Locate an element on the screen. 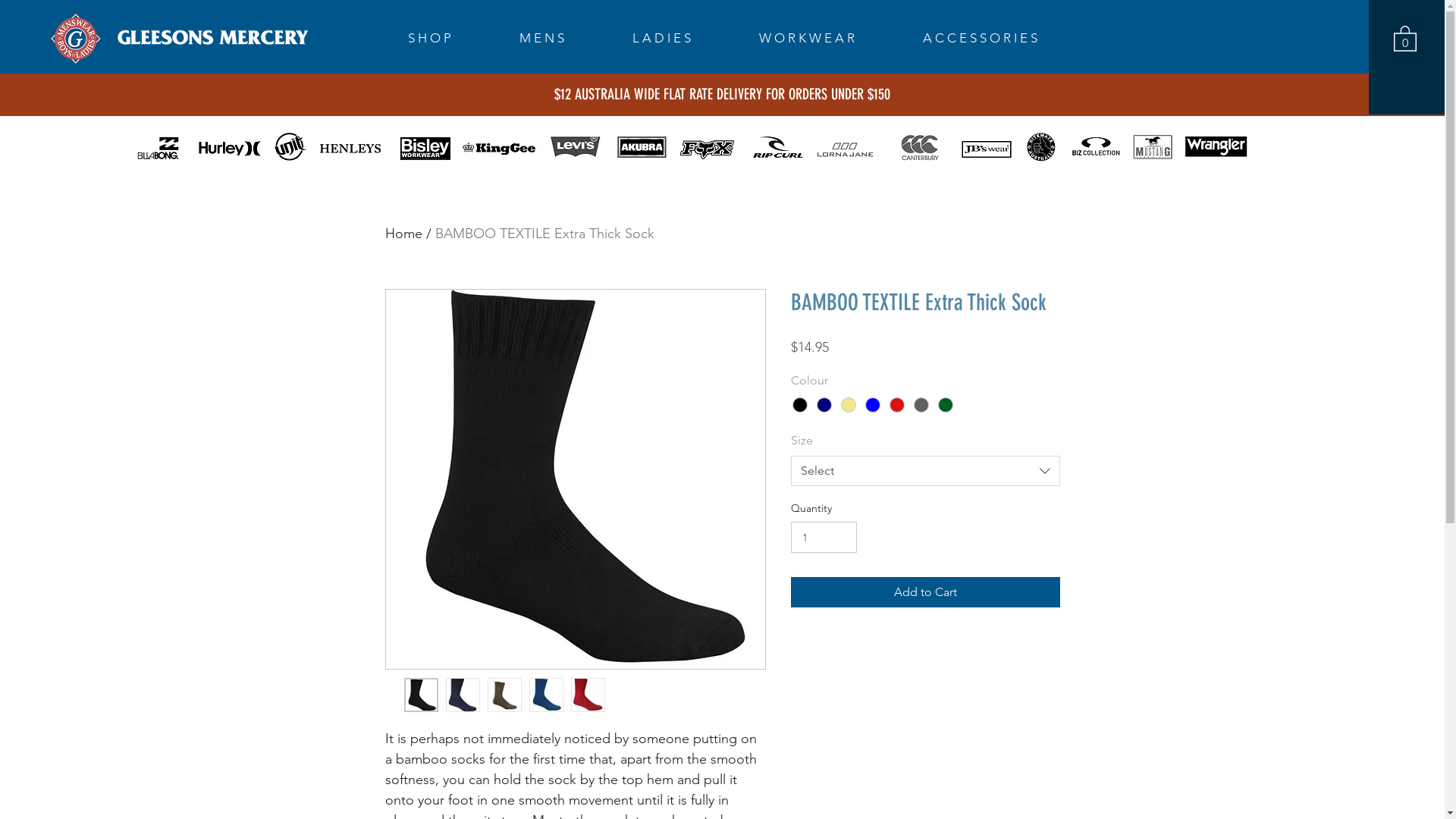 The width and height of the screenshot is (1456, 819). 'Add to Cart' is located at coordinates (924, 591).